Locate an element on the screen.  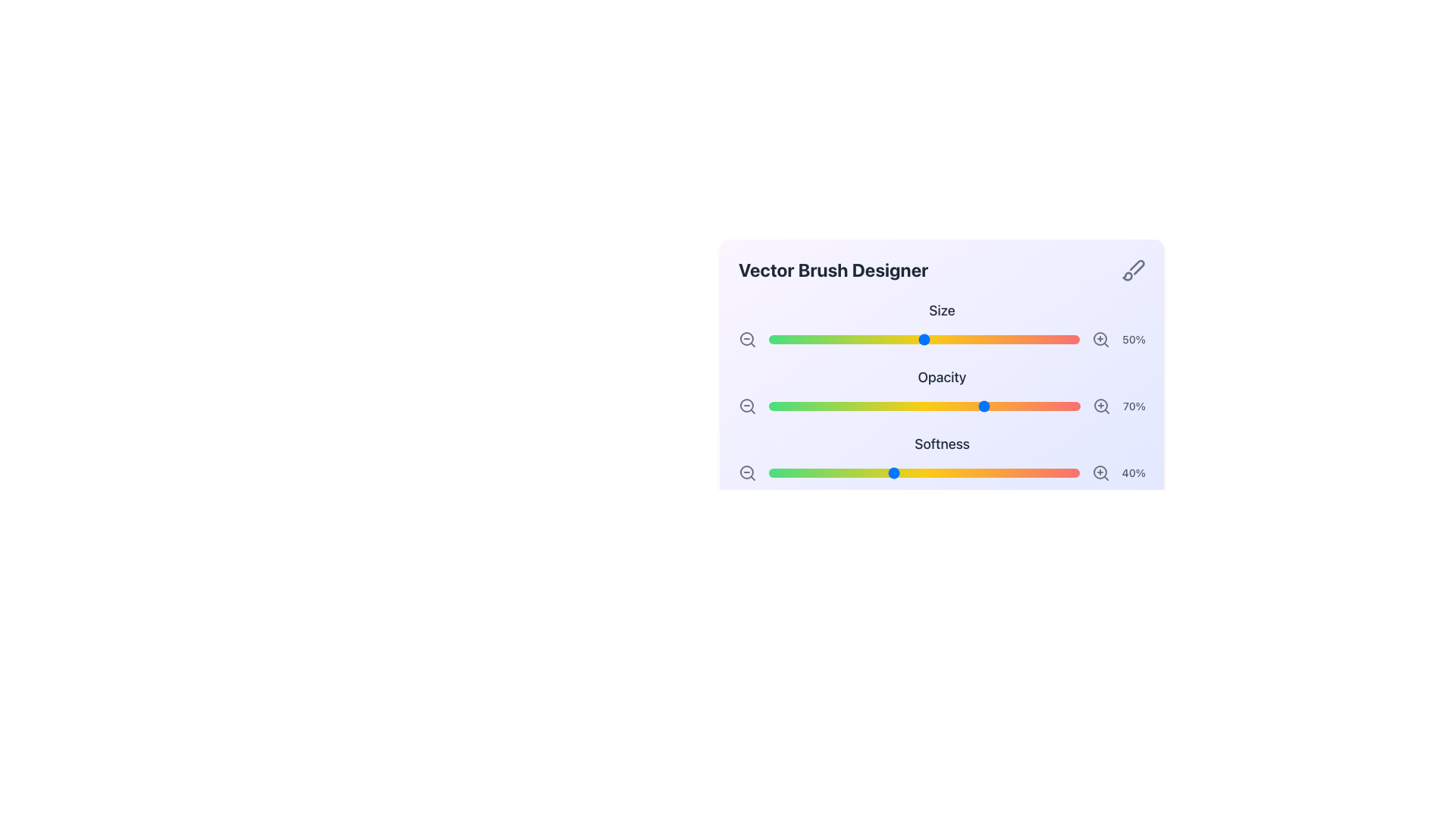
the softness level is located at coordinates (1041, 472).